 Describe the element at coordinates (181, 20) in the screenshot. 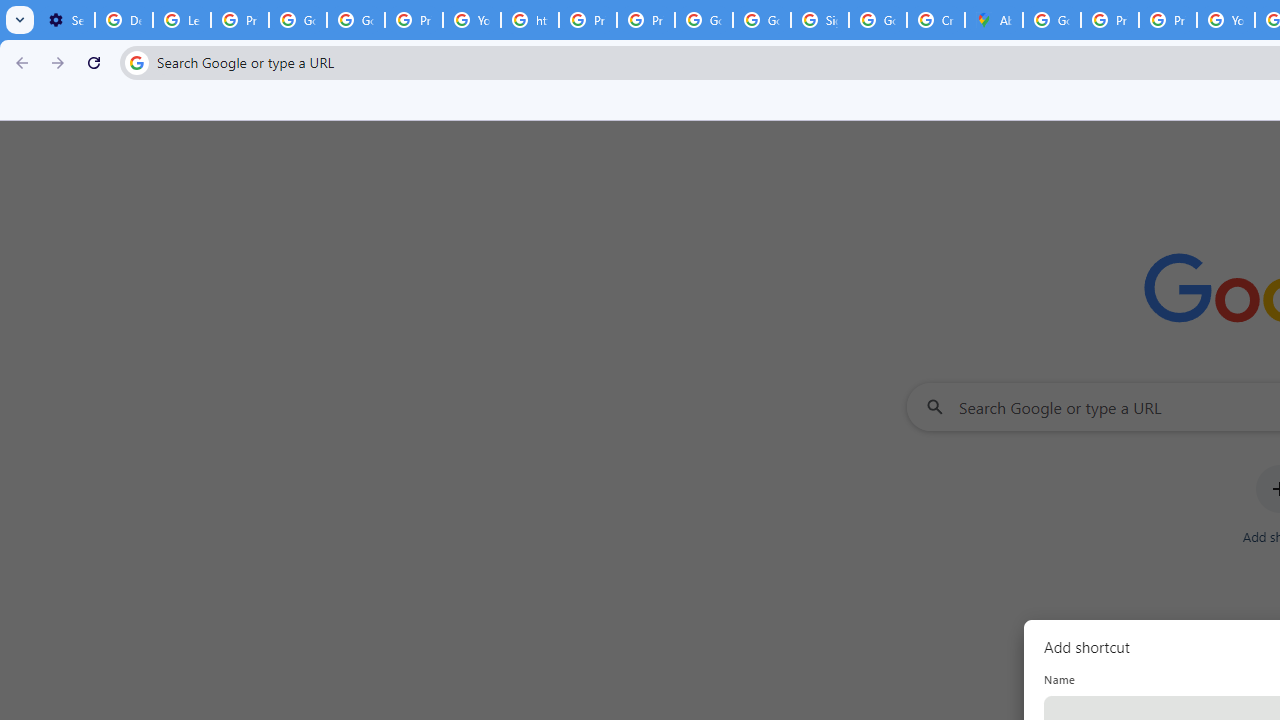

I see `'Learn how to find your photos - Google Photos Help'` at that location.